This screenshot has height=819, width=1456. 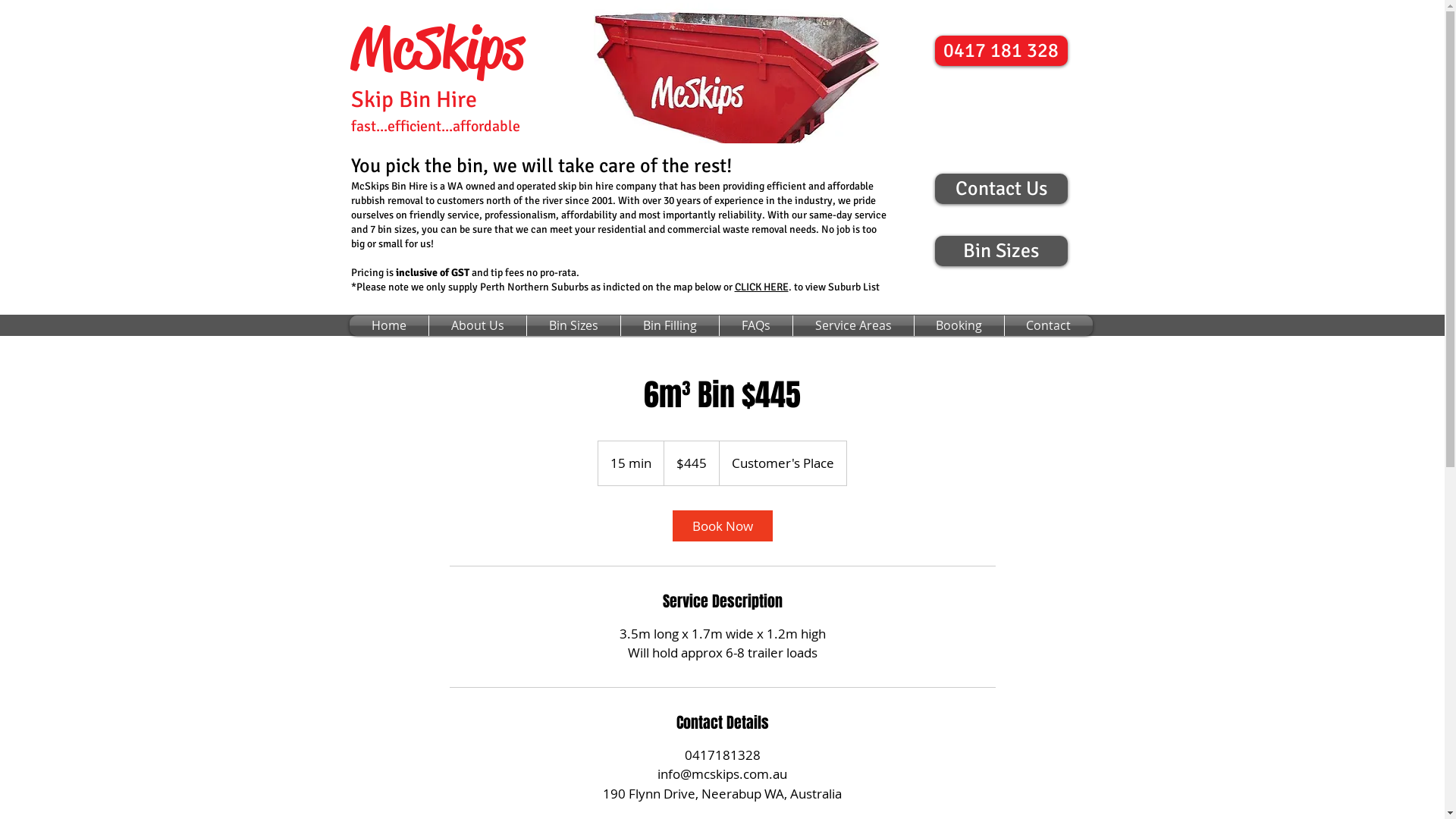 I want to click on 'CLICK HERE', so click(x=734, y=286).